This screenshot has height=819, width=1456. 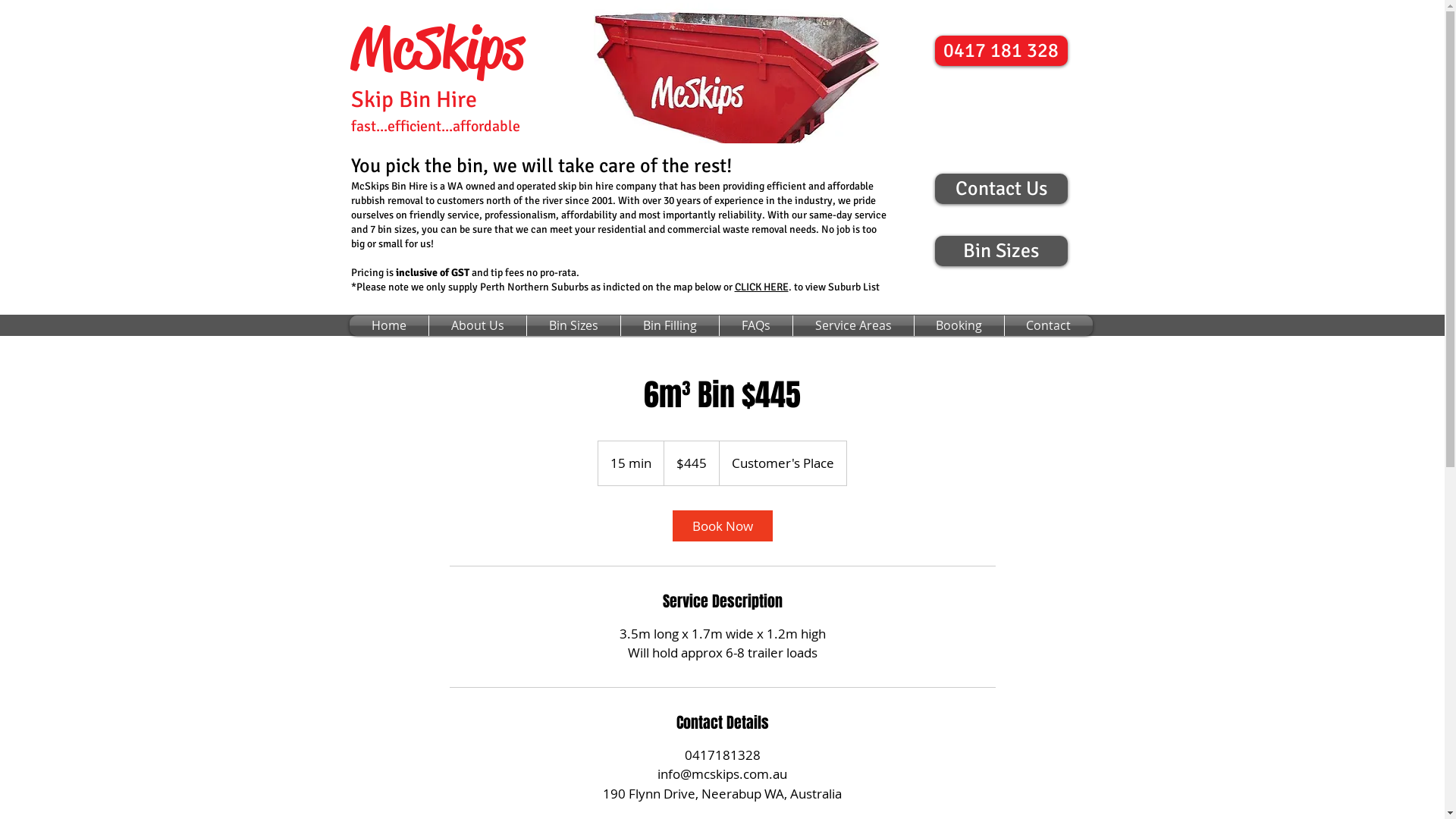 I want to click on 'CLICK HERE', so click(x=734, y=286).